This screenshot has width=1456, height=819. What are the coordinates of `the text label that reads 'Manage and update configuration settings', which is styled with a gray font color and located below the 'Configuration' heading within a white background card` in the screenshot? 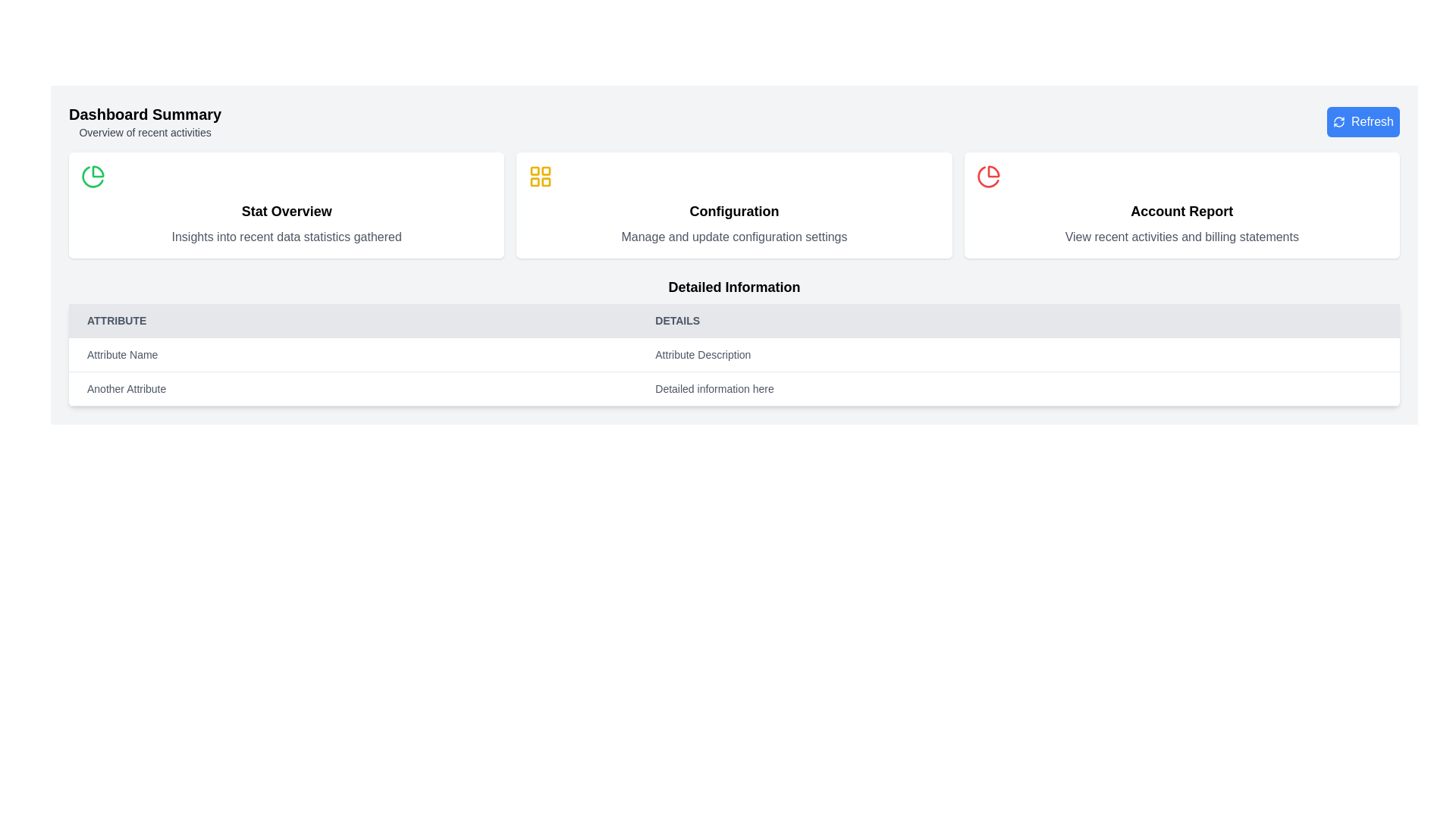 It's located at (734, 237).